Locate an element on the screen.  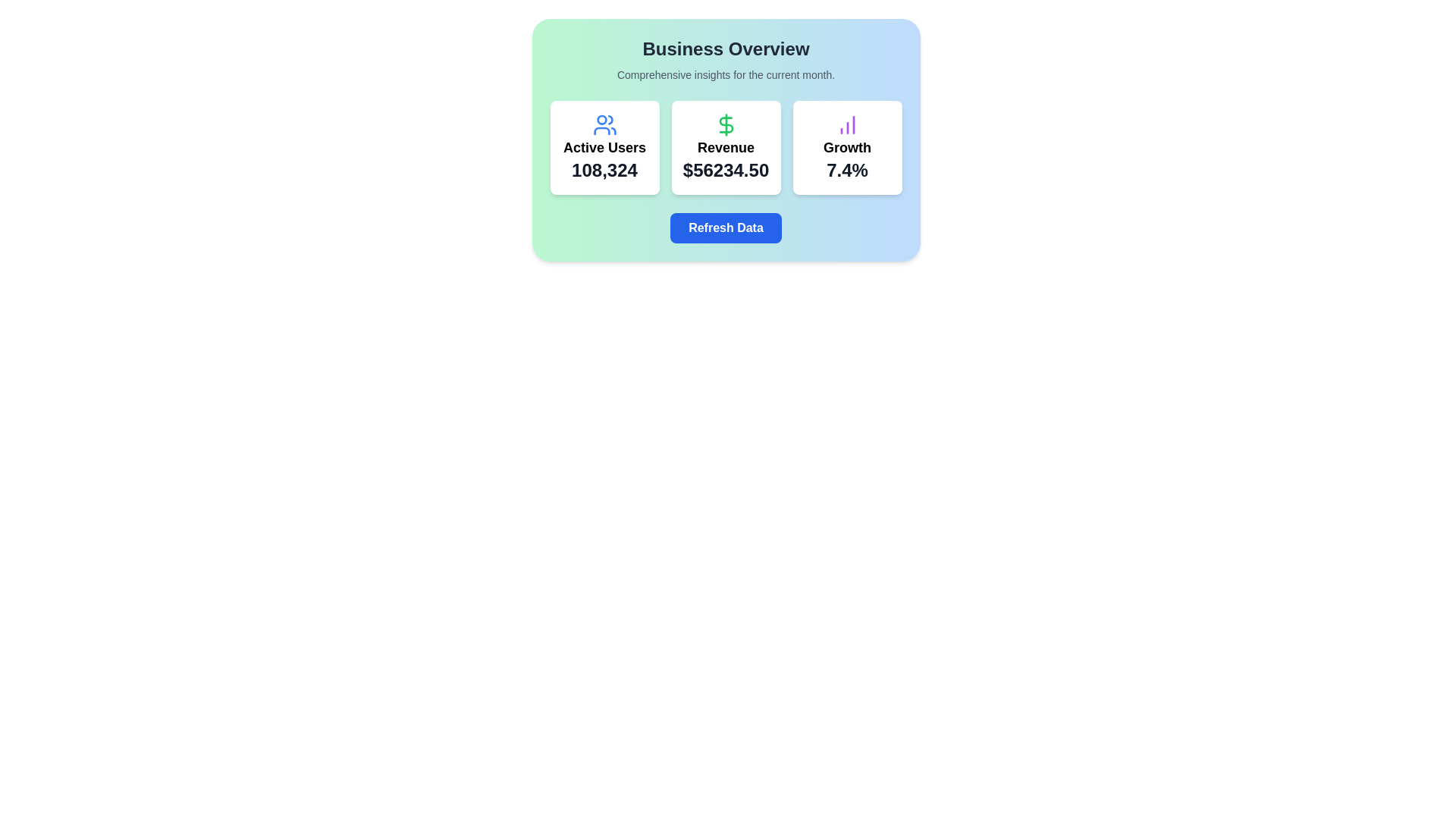
the informational display card that shows the total revenue value ($56234.50) labeled 'Revenue', which is the middle card in a grid layout is located at coordinates (725, 148).